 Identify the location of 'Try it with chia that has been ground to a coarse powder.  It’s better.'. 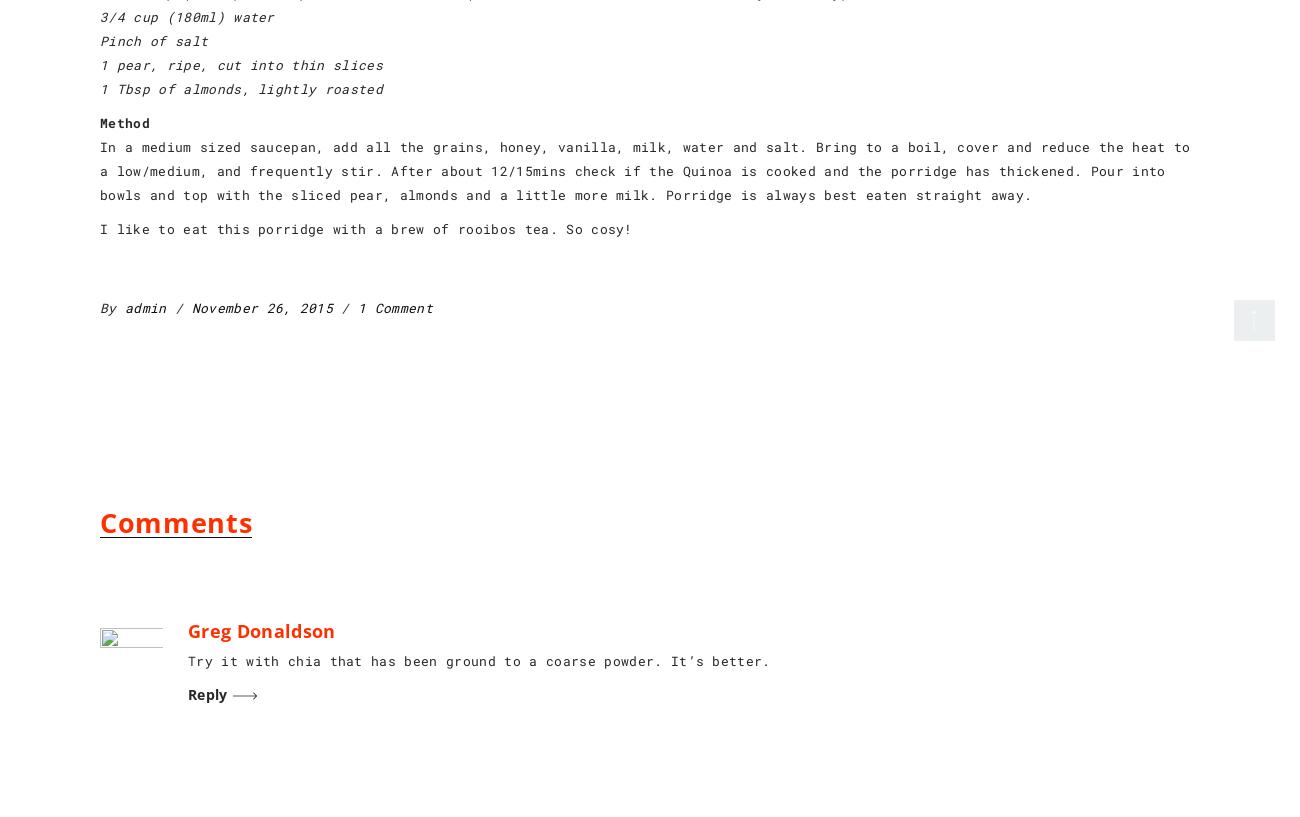
(478, 658).